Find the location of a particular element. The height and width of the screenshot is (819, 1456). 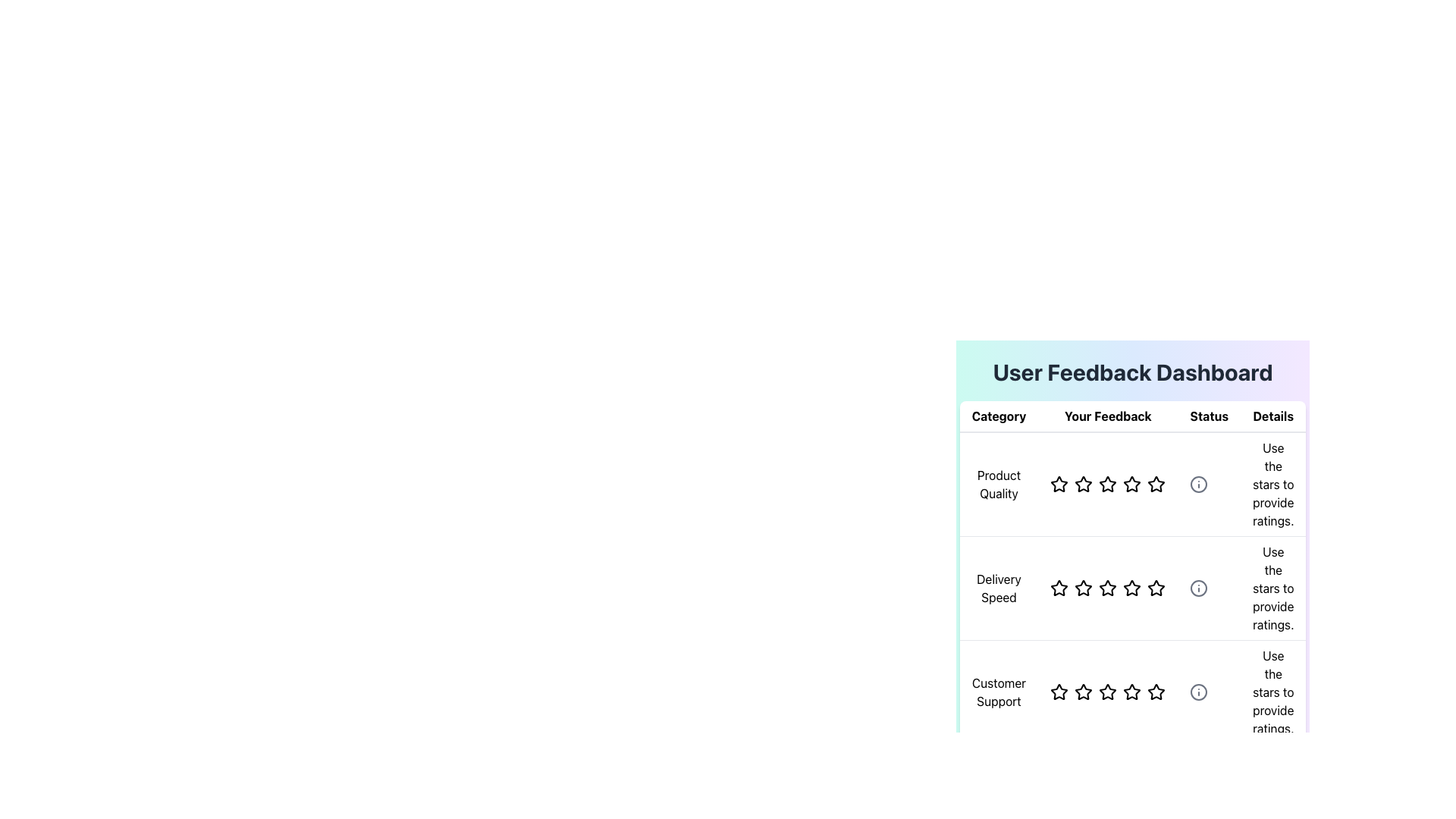

the fifth star icon from the interactive star rating section in the 'User Feedback Dashboard' is located at coordinates (1156, 587).